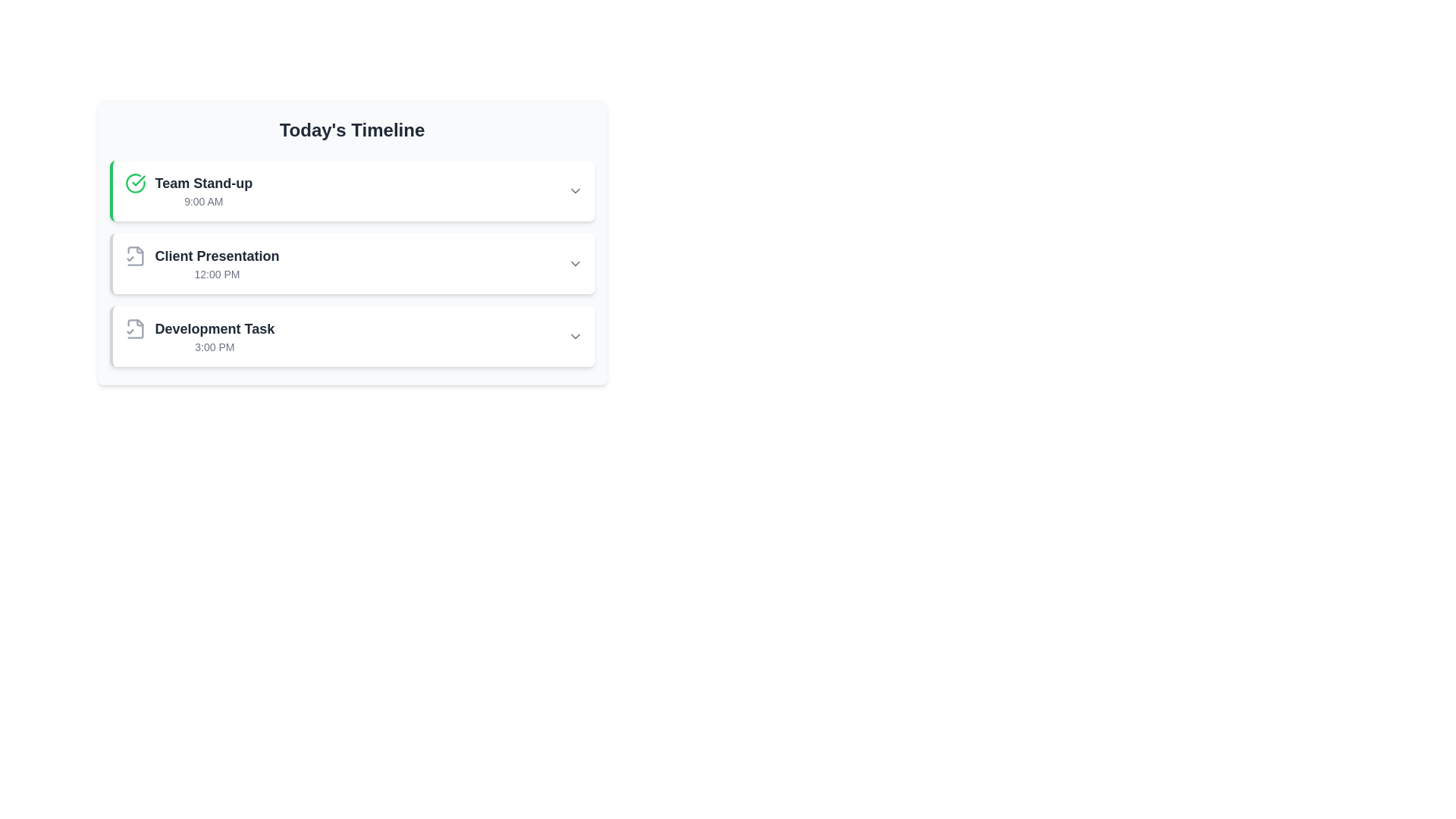 The height and width of the screenshot is (819, 1456). Describe the element at coordinates (214, 328) in the screenshot. I see `text content of the Text Label that serves as the title of the third entry in 'Today's Timeline', located above the time '3:00 PM'` at that location.